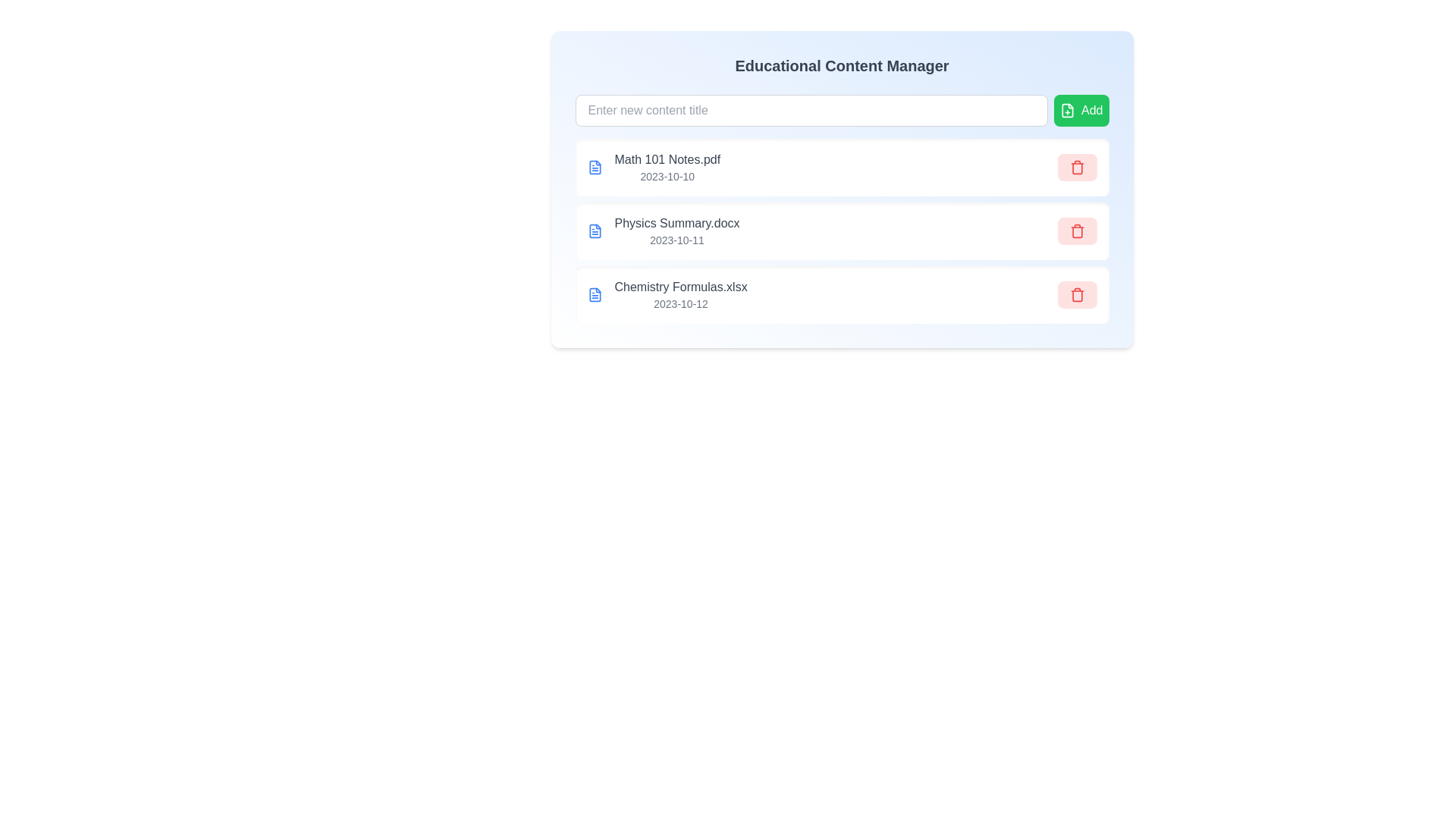 Image resolution: width=1456 pixels, height=819 pixels. I want to click on the green-themed button icon with a document shape and a '+' symbol located at the top-right corner of the panel, which is integrated with the text 'Add', so click(1066, 110).